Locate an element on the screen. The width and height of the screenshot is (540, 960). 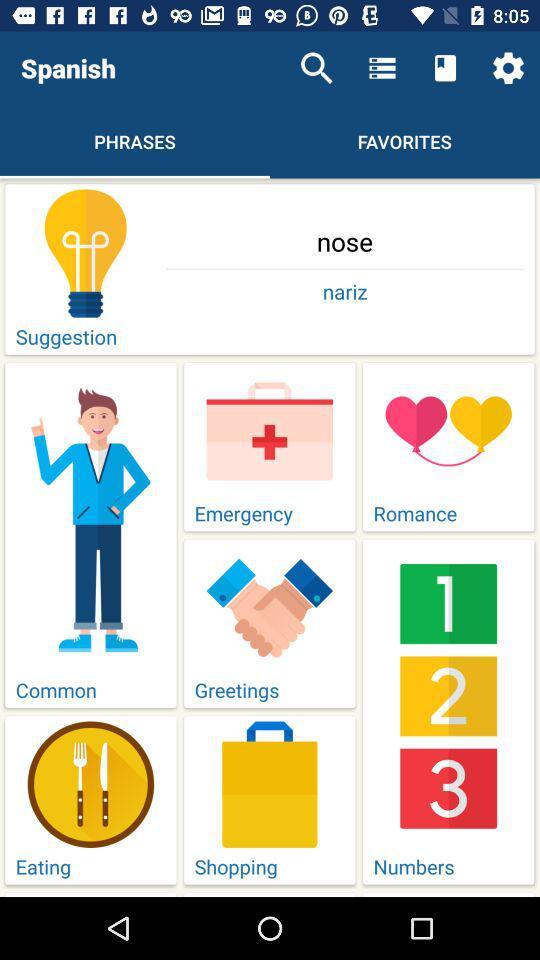
the icon above the favorites item is located at coordinates (445, 68).